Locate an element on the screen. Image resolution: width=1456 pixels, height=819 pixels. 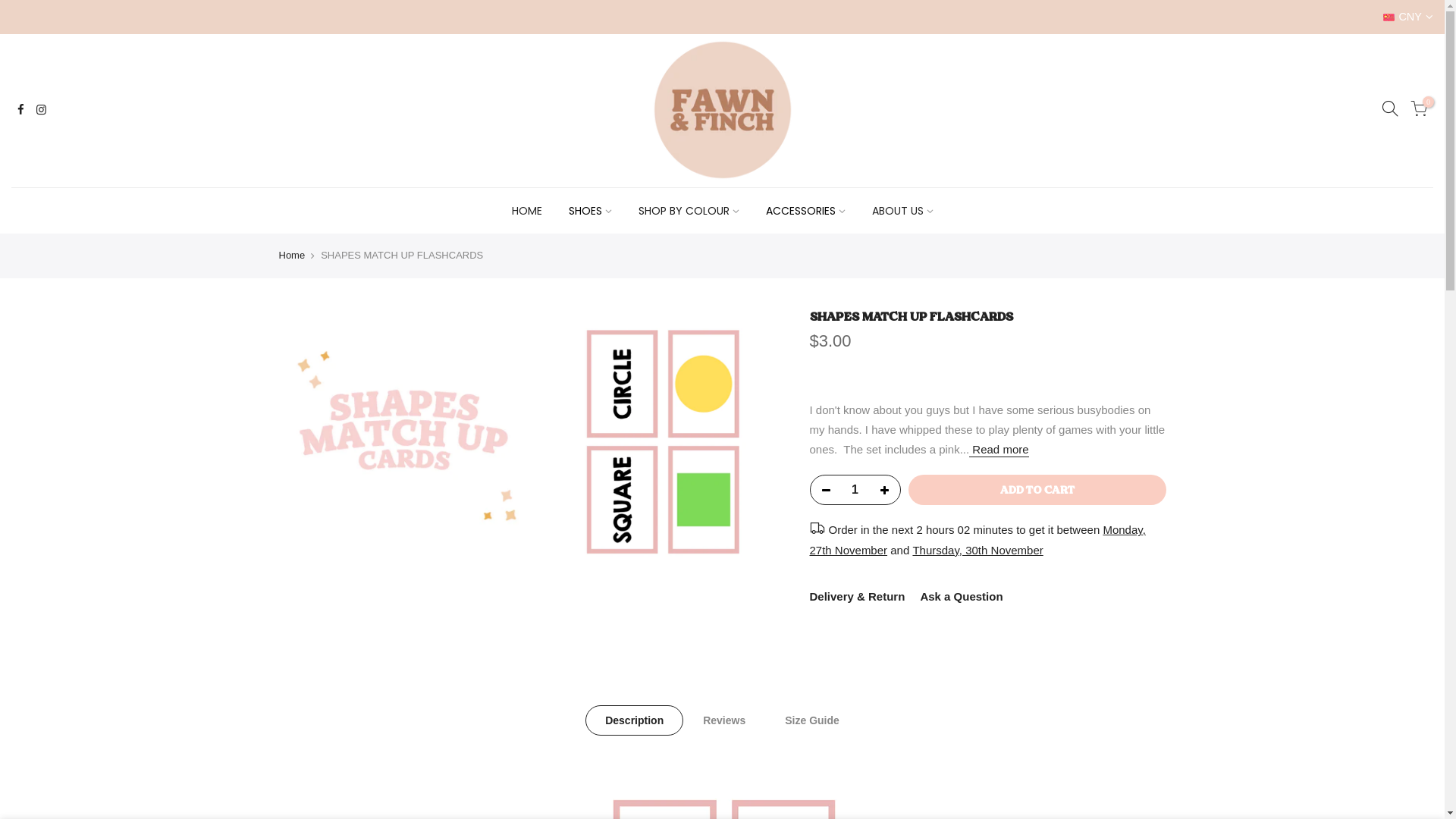
'Ask a Question' is located at coordinates (960, 595).